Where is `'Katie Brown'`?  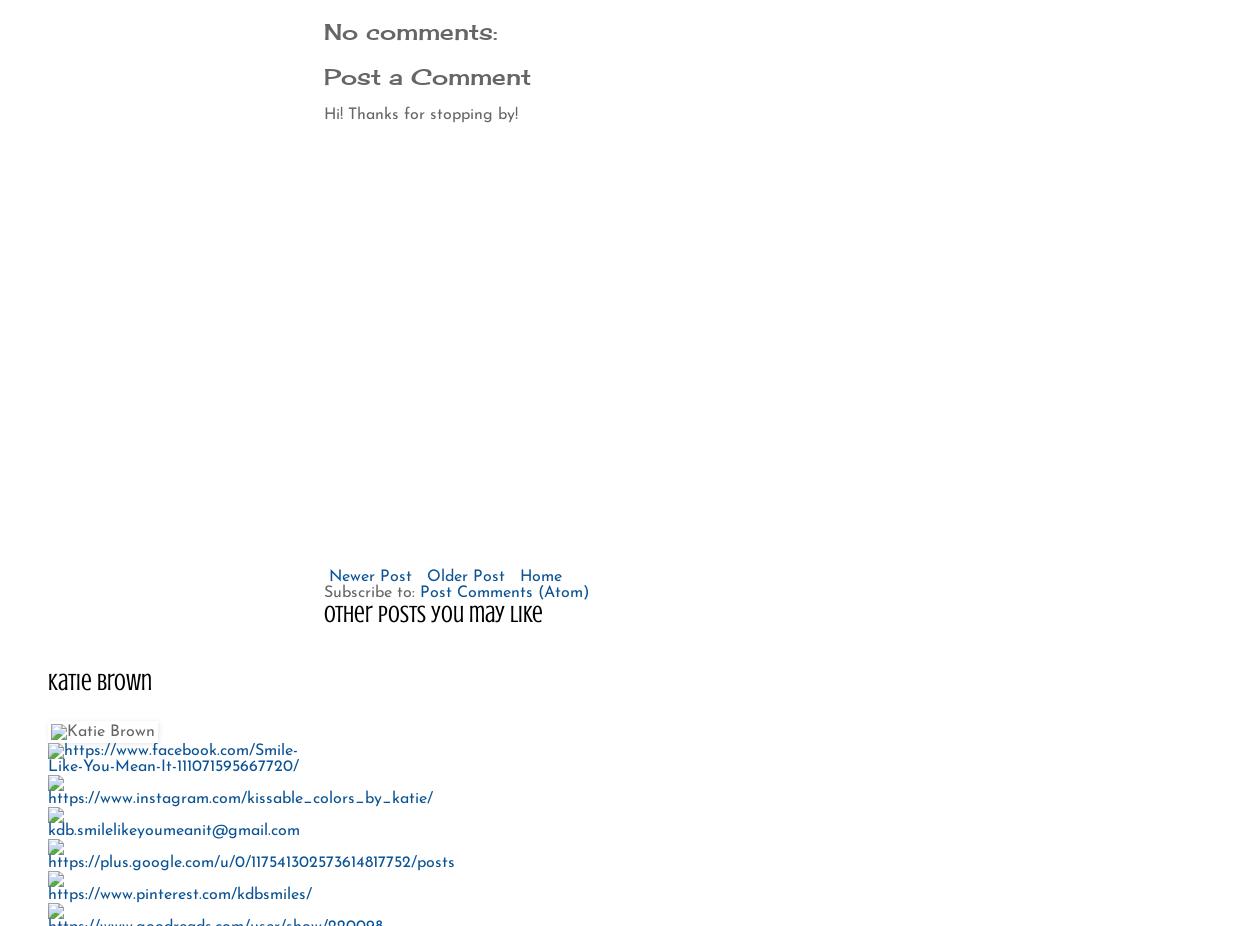 'Katie Brown' is located at coordinates (100, 680).